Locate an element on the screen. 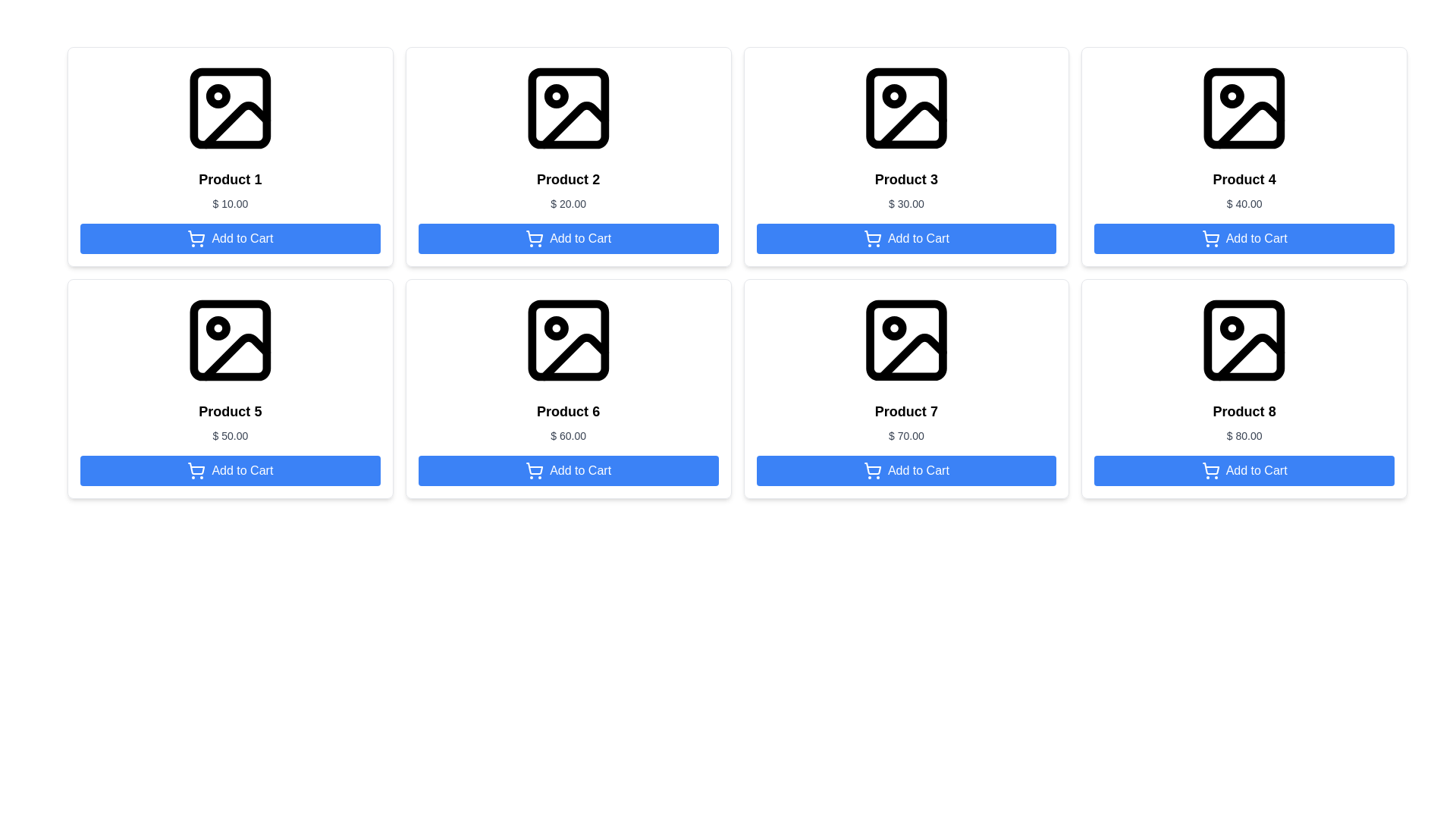  the text label displaying 'Product 5' which serves as the product header within the product card is located at coordinates (229, 412).